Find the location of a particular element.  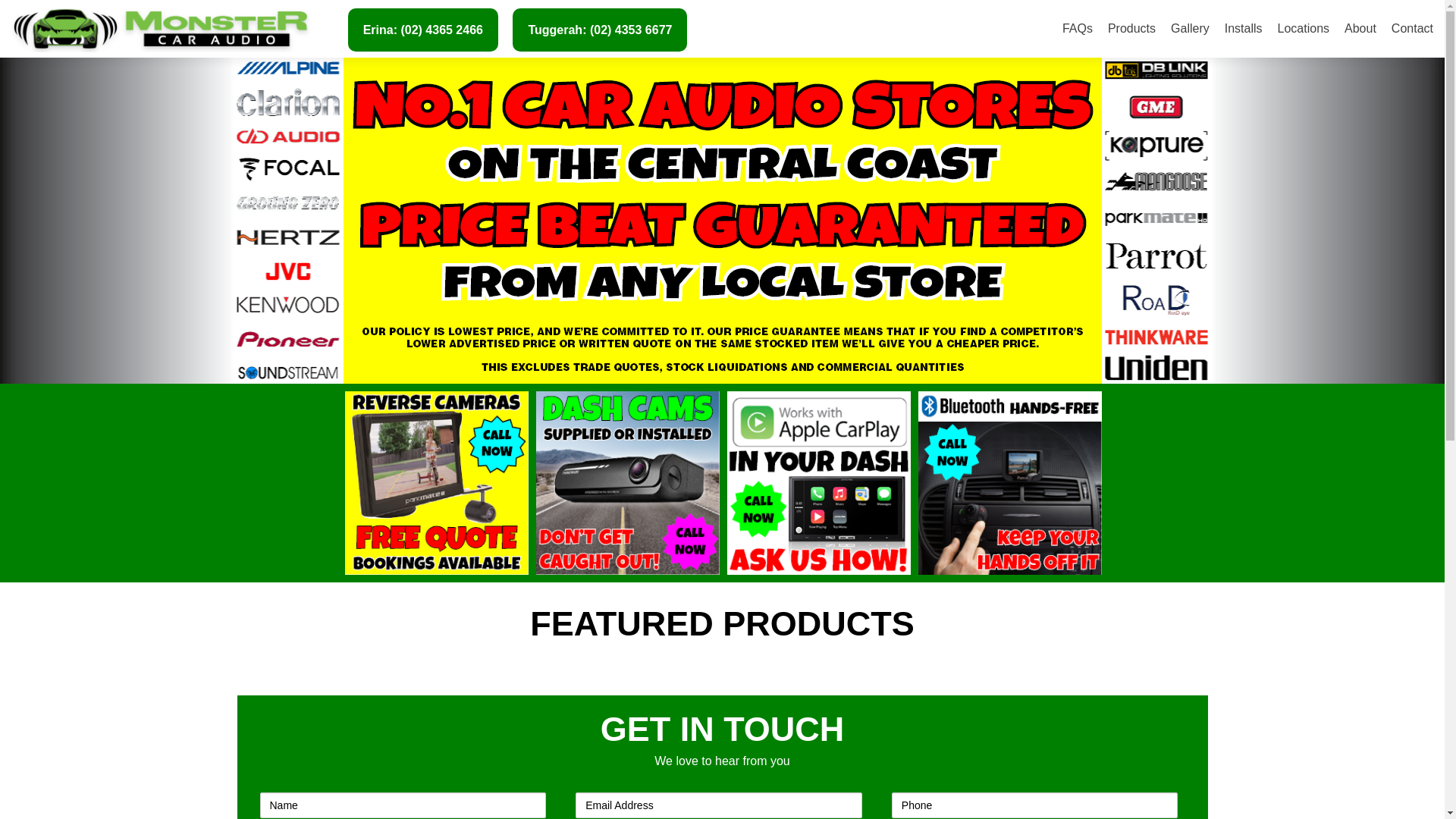

'About' is located at coordinates (1360, 28).